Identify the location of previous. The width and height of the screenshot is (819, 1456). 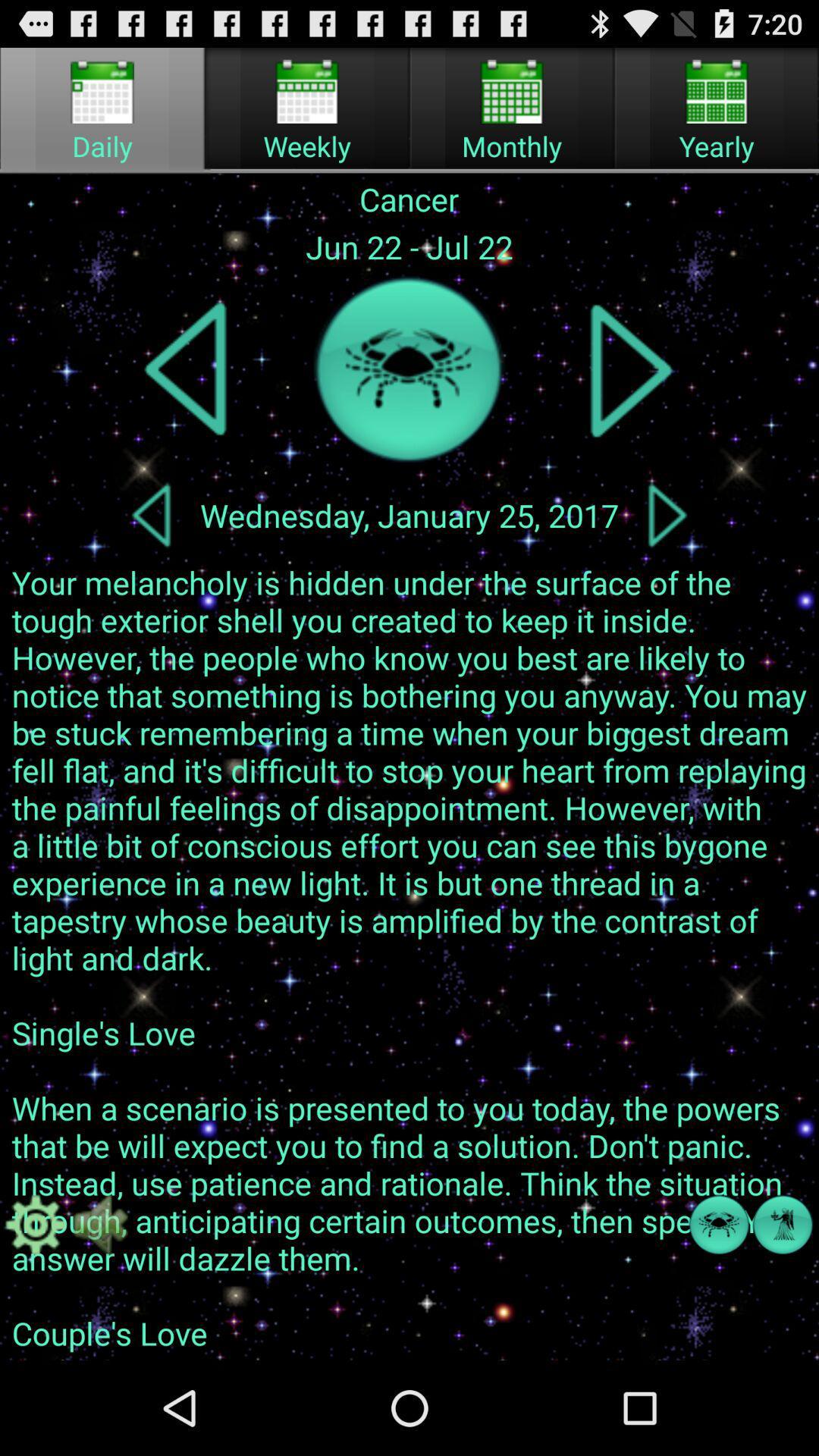
(187, 369).